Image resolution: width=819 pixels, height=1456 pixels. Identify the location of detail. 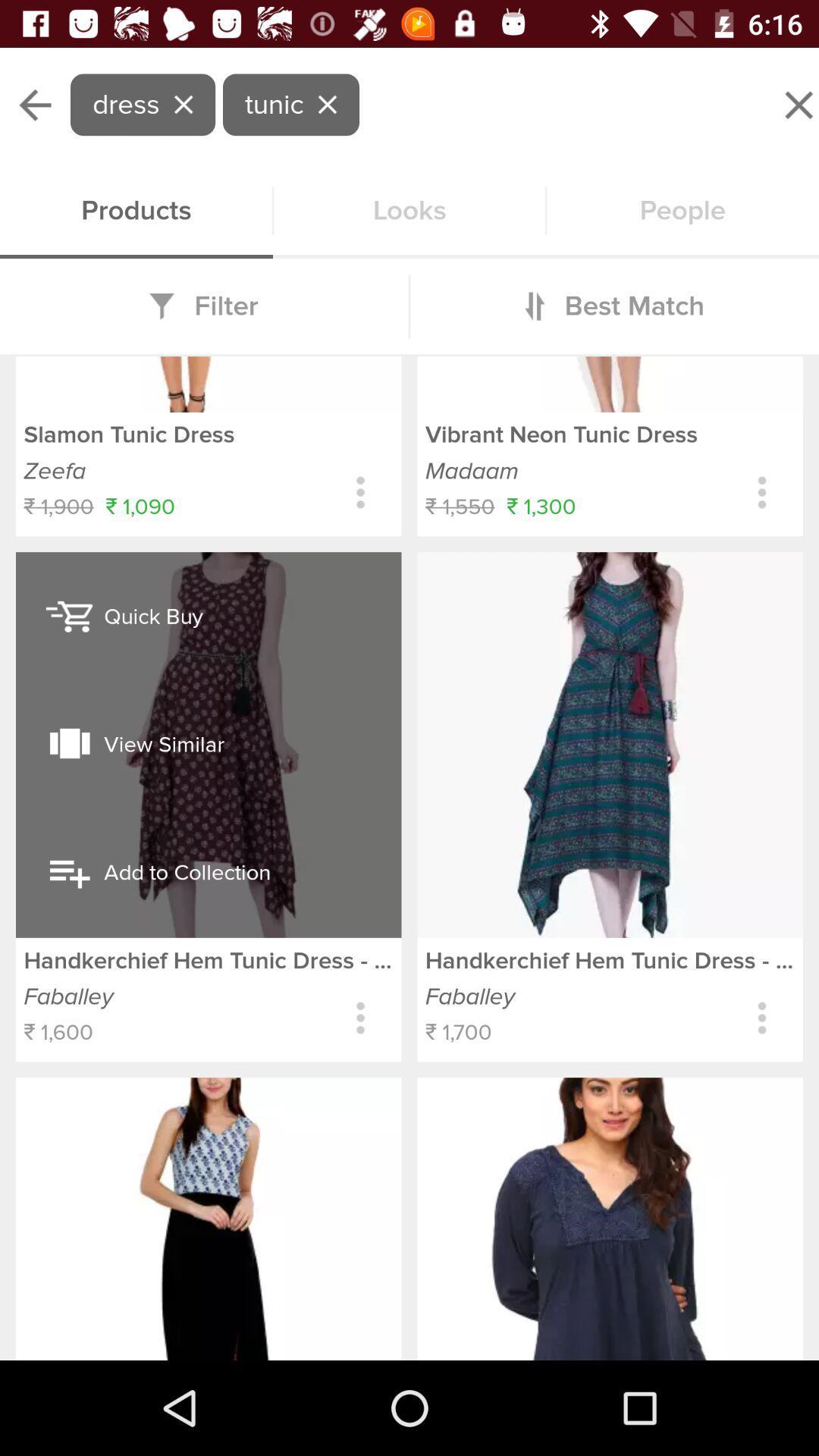
(762, 1018).